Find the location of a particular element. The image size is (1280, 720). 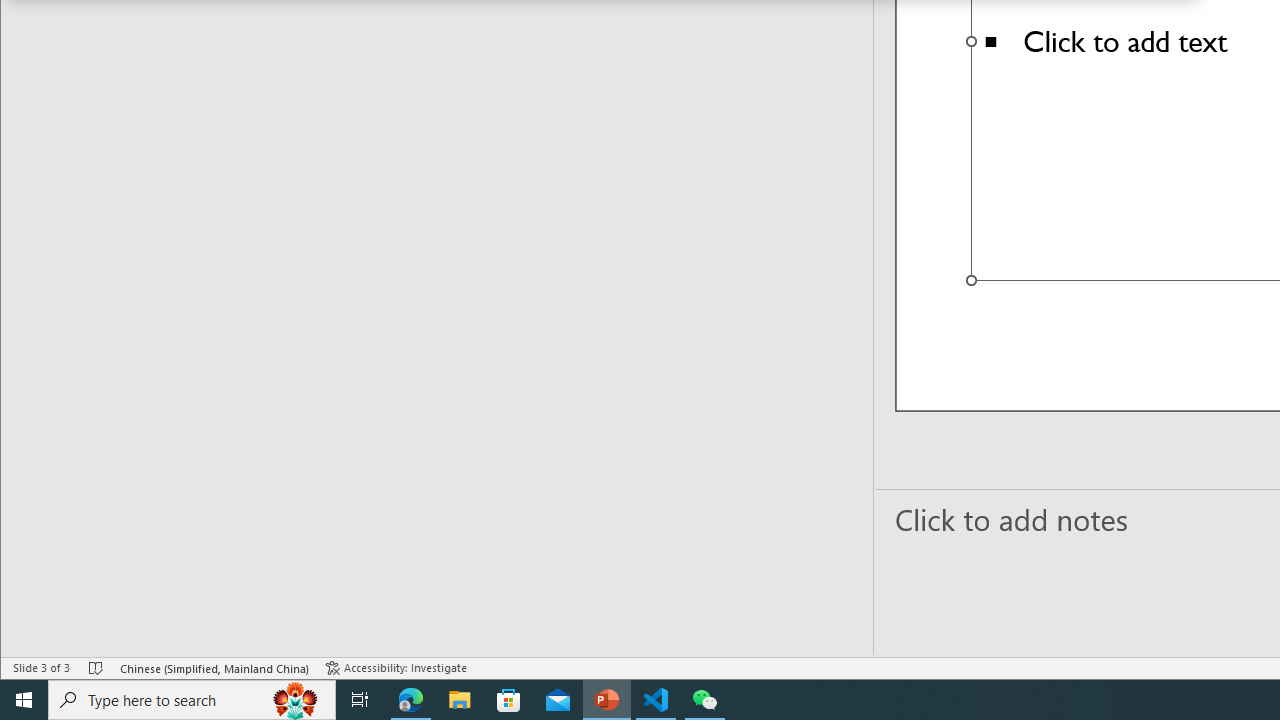

'Search highlights icon opens search home window' is located at coordinates (294, 698).